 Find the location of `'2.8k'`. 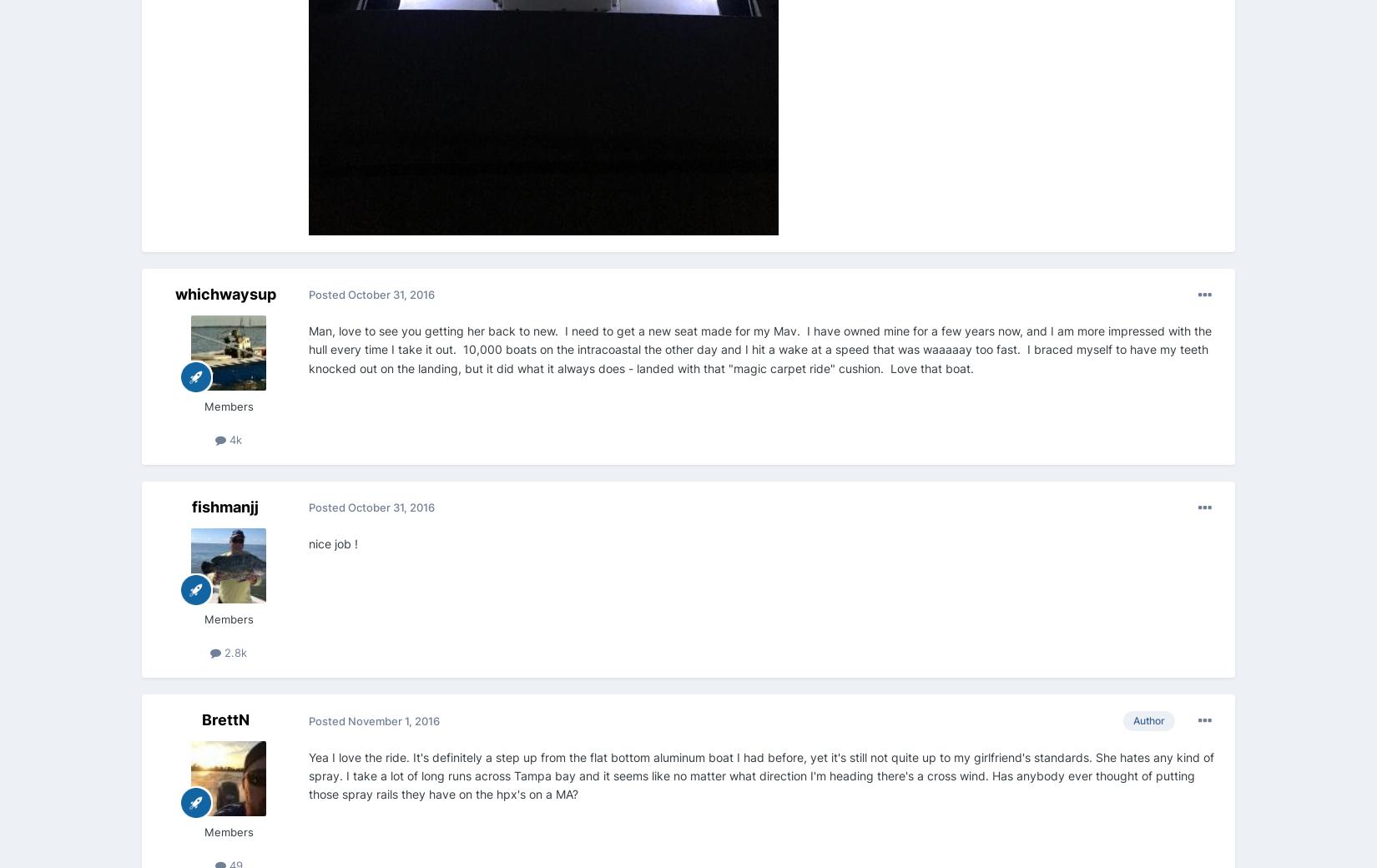

'2.8k' is located at coordinates (234, 651).